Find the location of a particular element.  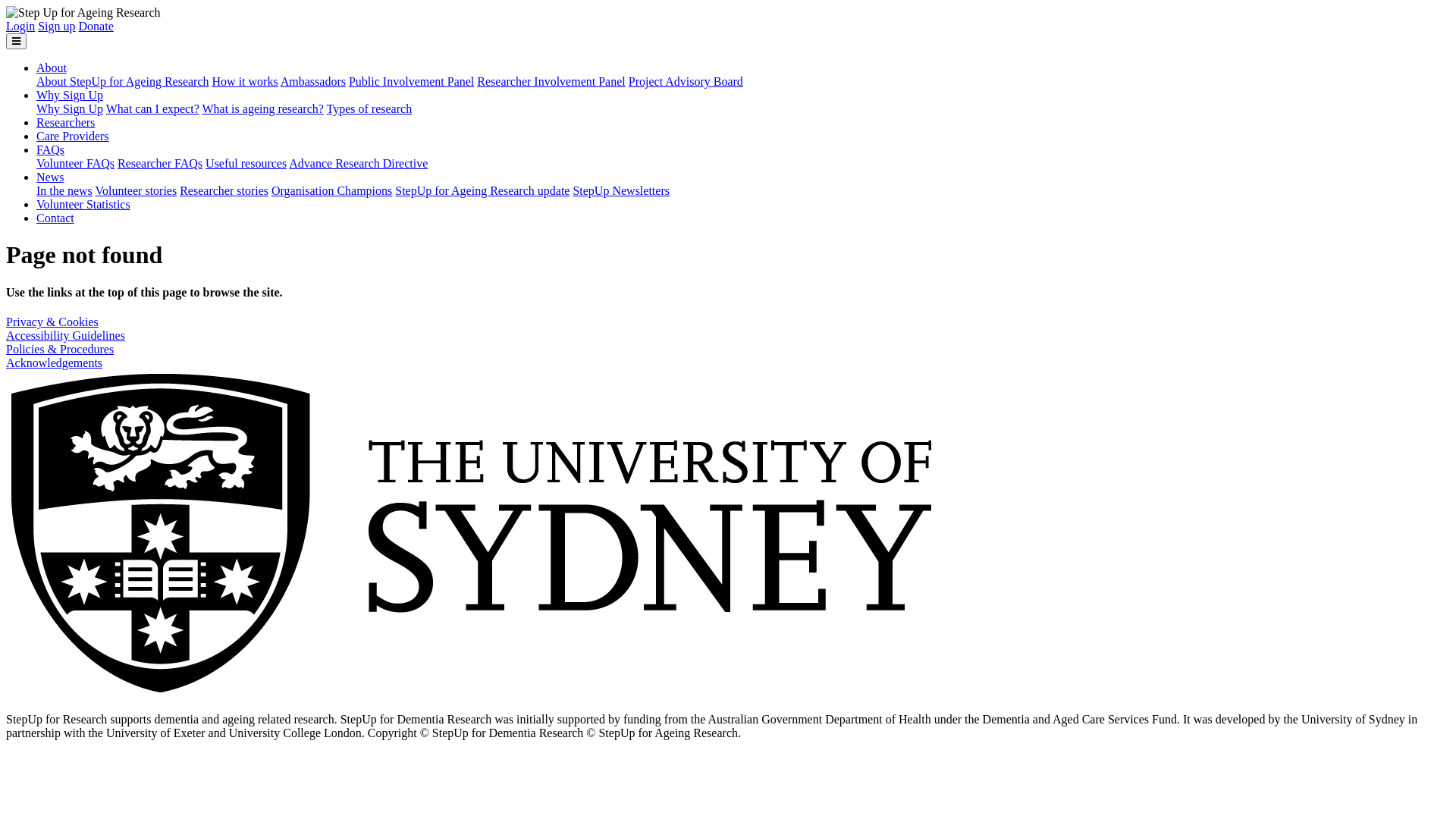

'FAQs' is located at coordinates (36, 149).